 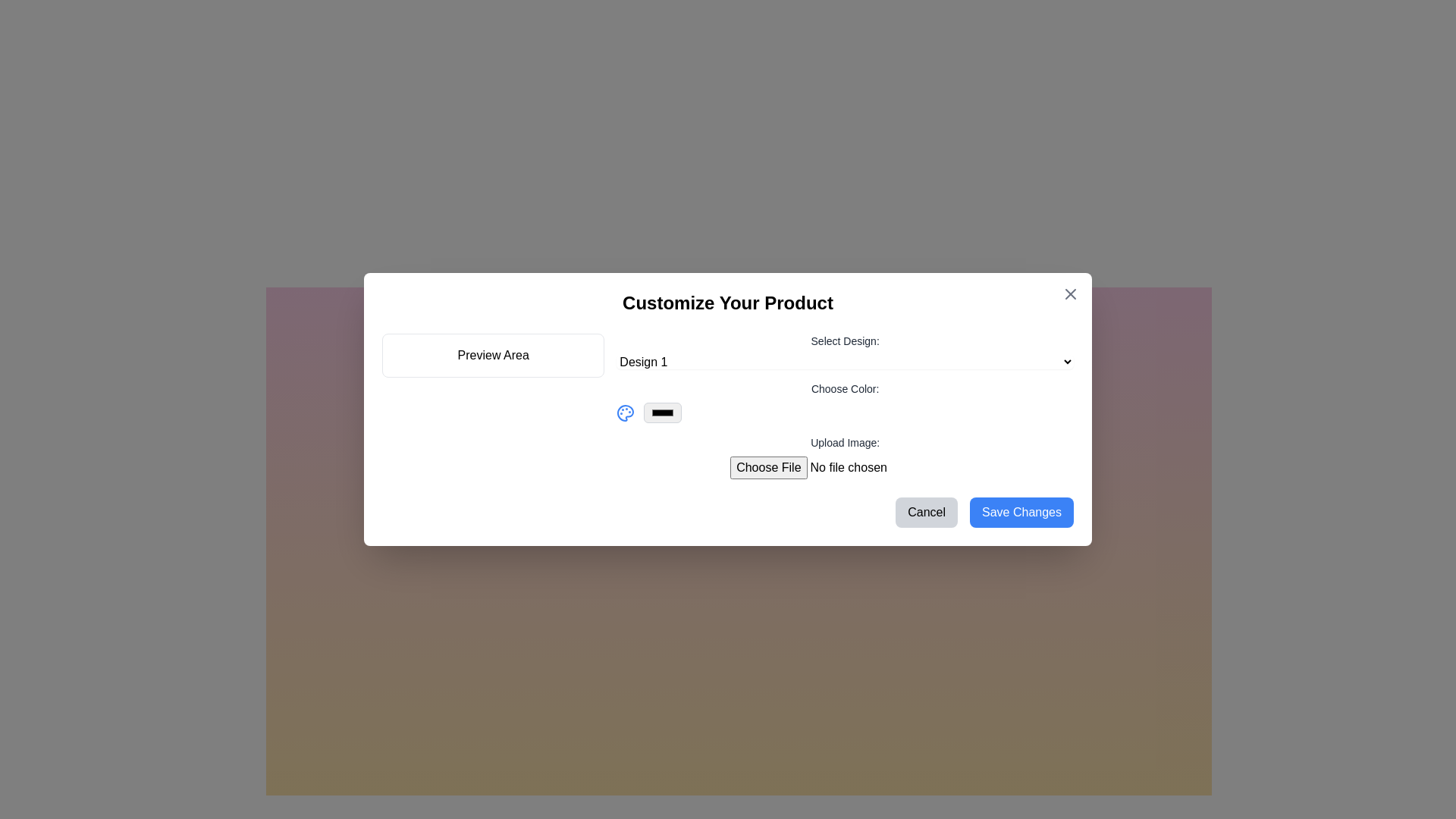 I want to click on the Decorative SVG palette icon located in the 'Choose Color' section, so click(x=626, y=413).